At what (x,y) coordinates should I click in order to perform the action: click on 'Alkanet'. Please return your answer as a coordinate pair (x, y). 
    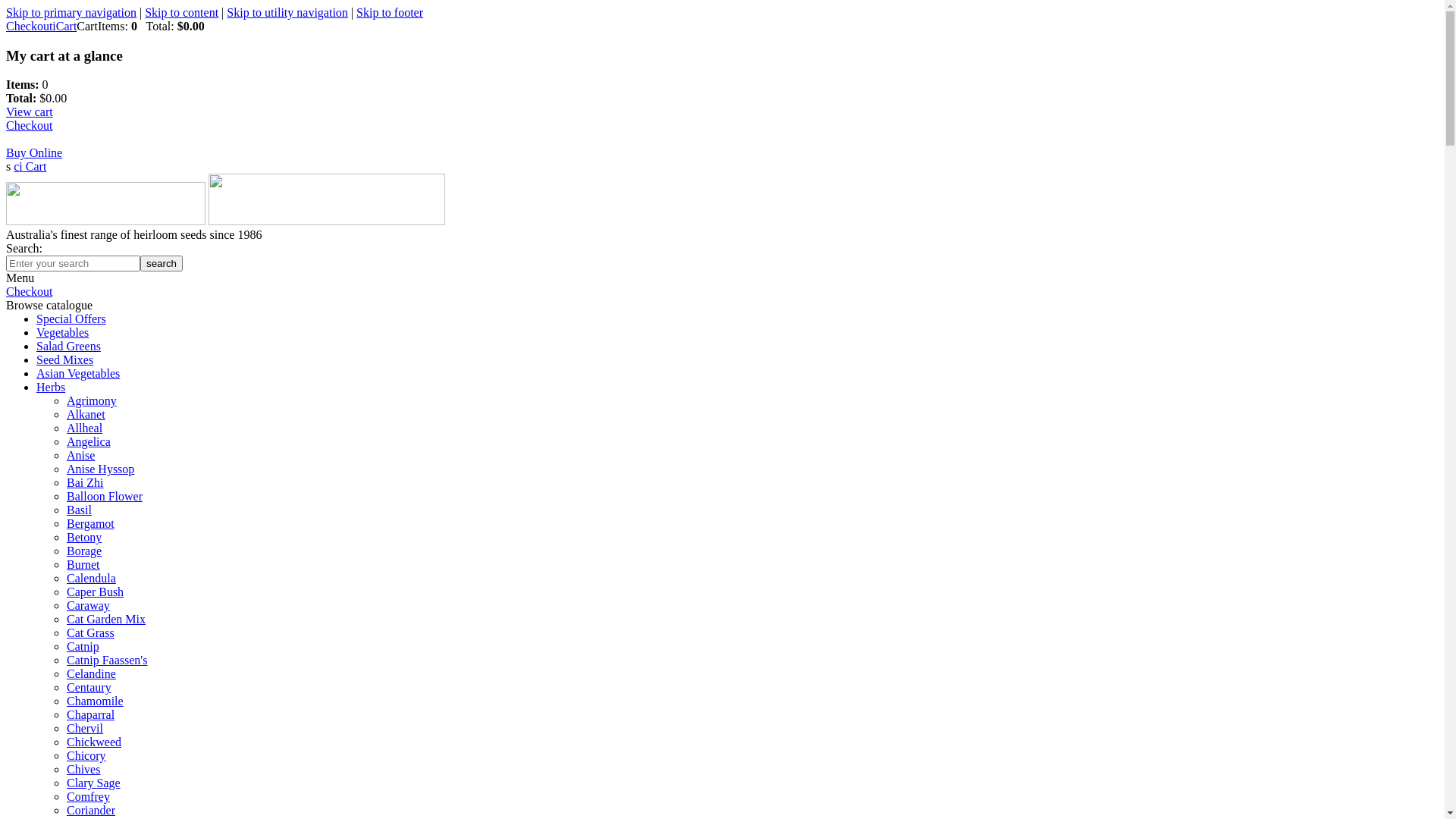
    Looking at the image, I should click on (85, 414).